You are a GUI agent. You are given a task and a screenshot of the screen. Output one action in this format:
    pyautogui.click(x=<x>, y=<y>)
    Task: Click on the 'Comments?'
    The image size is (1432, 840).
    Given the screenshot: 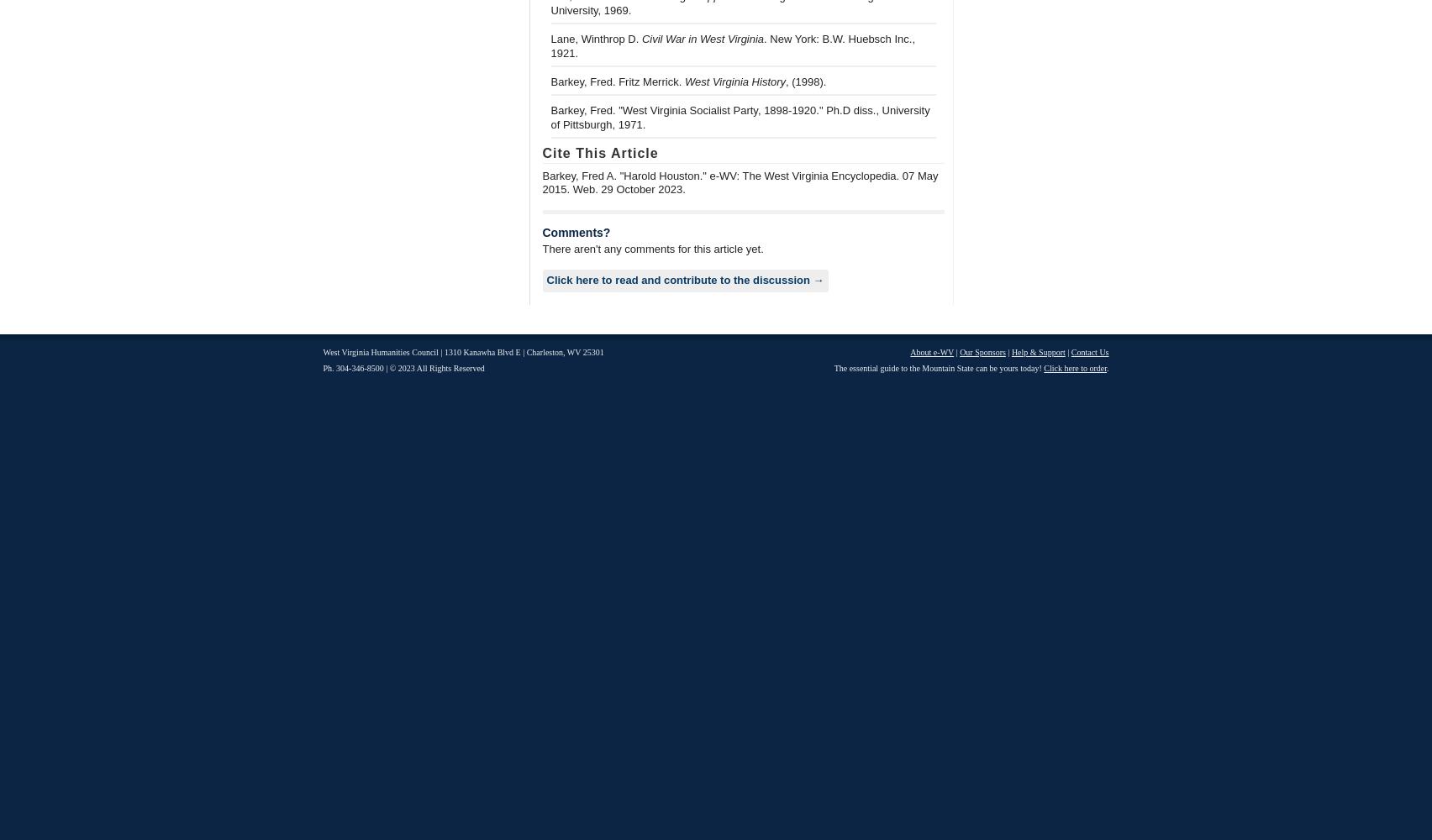 What is the action you would take?
    pyautogui.click(x=575, y=233)
    